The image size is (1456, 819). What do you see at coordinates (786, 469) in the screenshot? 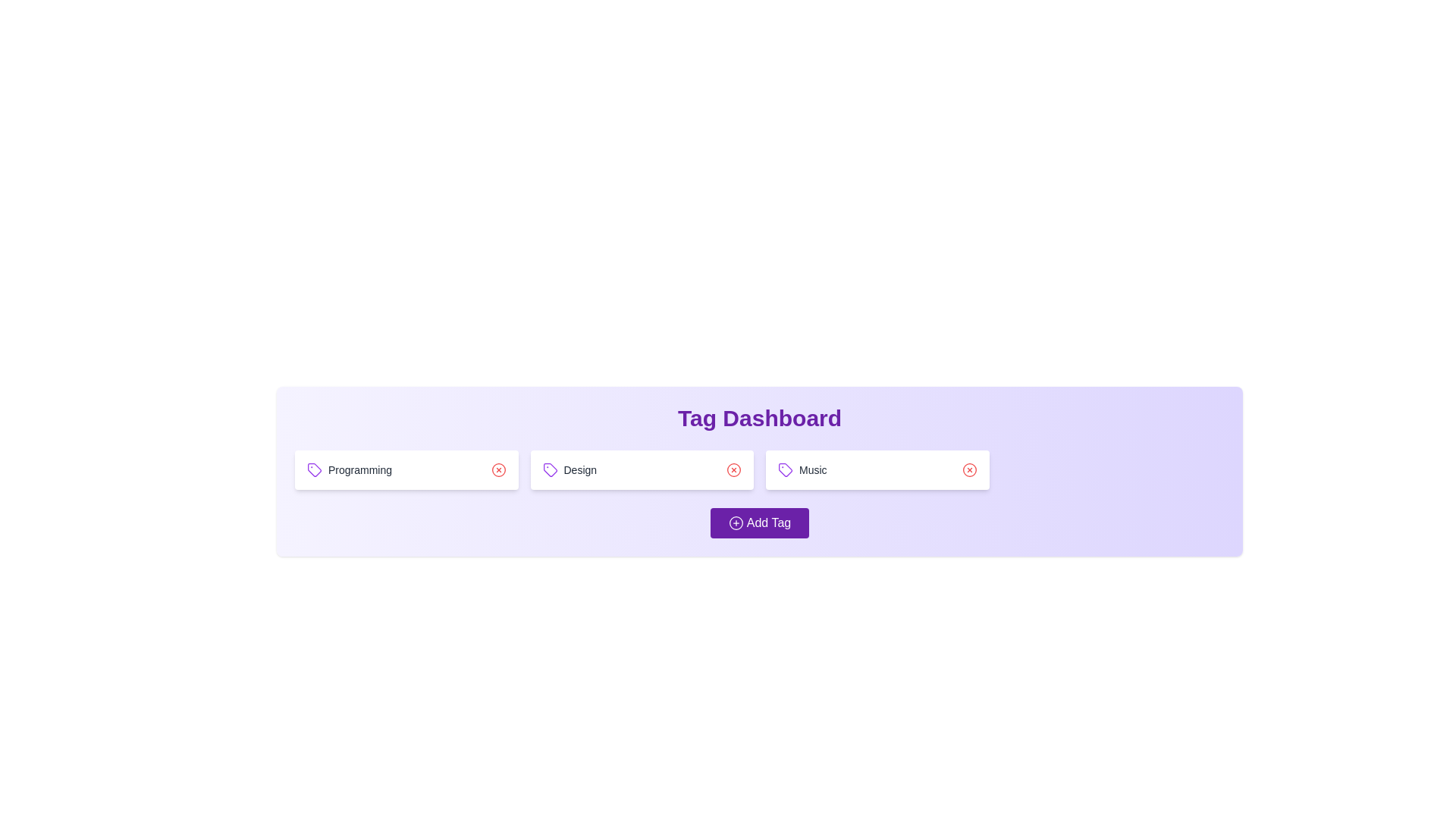
I see `the decorative 'Music' icon located at the leftmost side of the third card in the 'Tag Dashboard' interface` at bounding box center [786, 469].